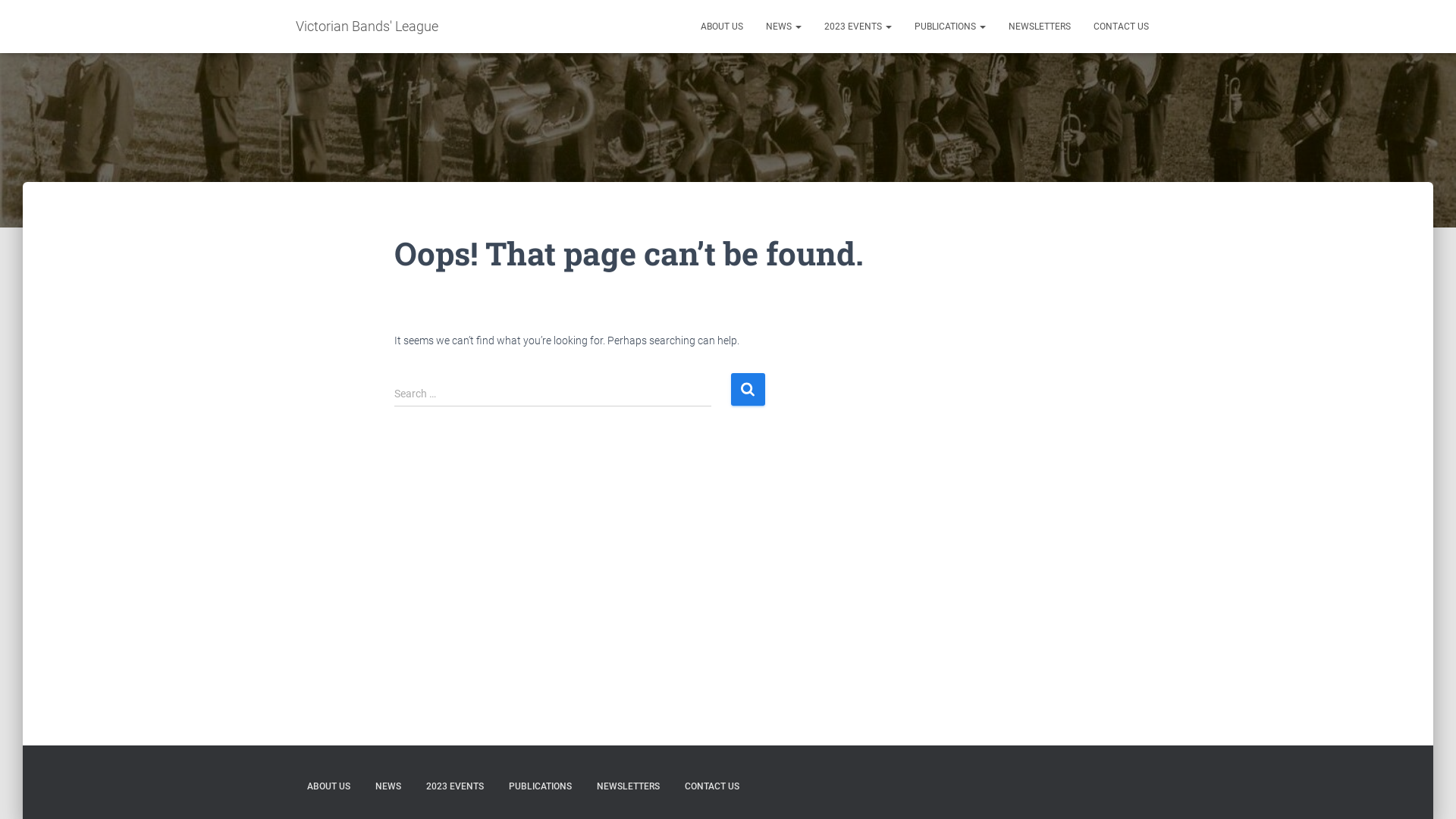 This screenshot has width=1456, height=819. I want to click on 'NEWS', so click(783, 26).